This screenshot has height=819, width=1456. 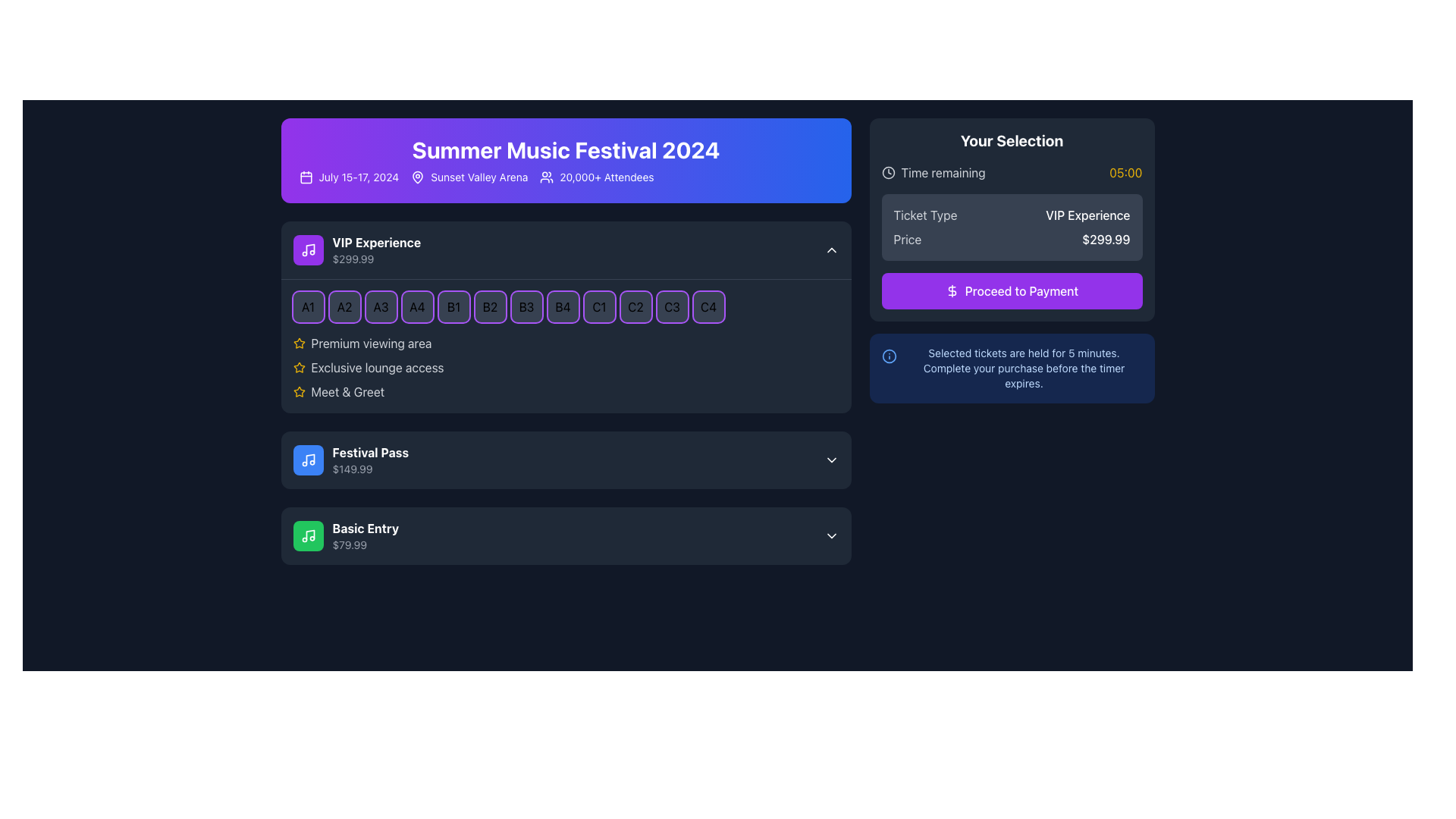 I want to click on the 'VIP Experience' text label, which is displayed in white font on a dark background and is located in the 'Your Selection' section adjacent to the 'Ticket Type' label, so click(x=1087, y=215).